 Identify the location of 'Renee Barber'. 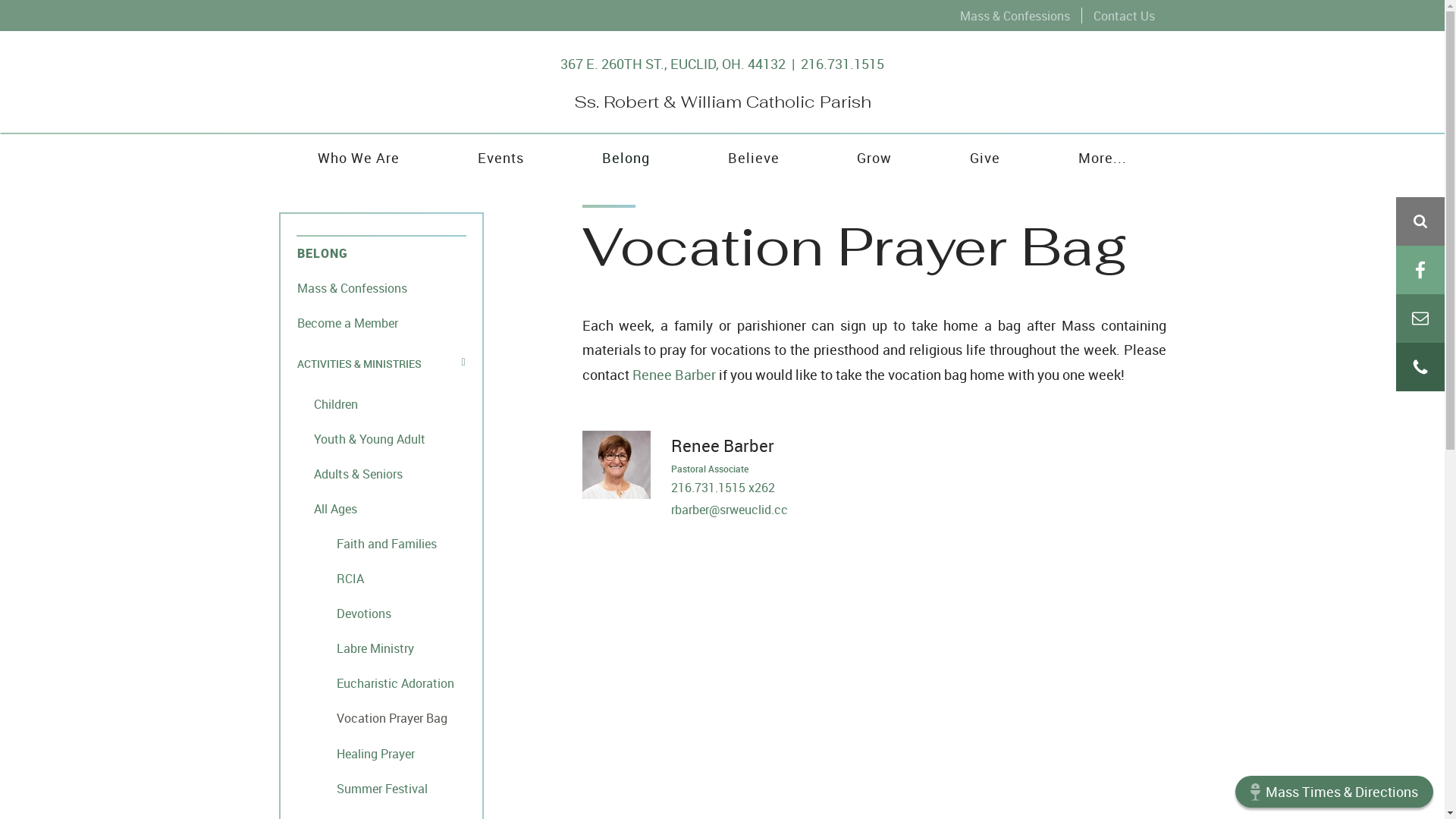
(673, 374).